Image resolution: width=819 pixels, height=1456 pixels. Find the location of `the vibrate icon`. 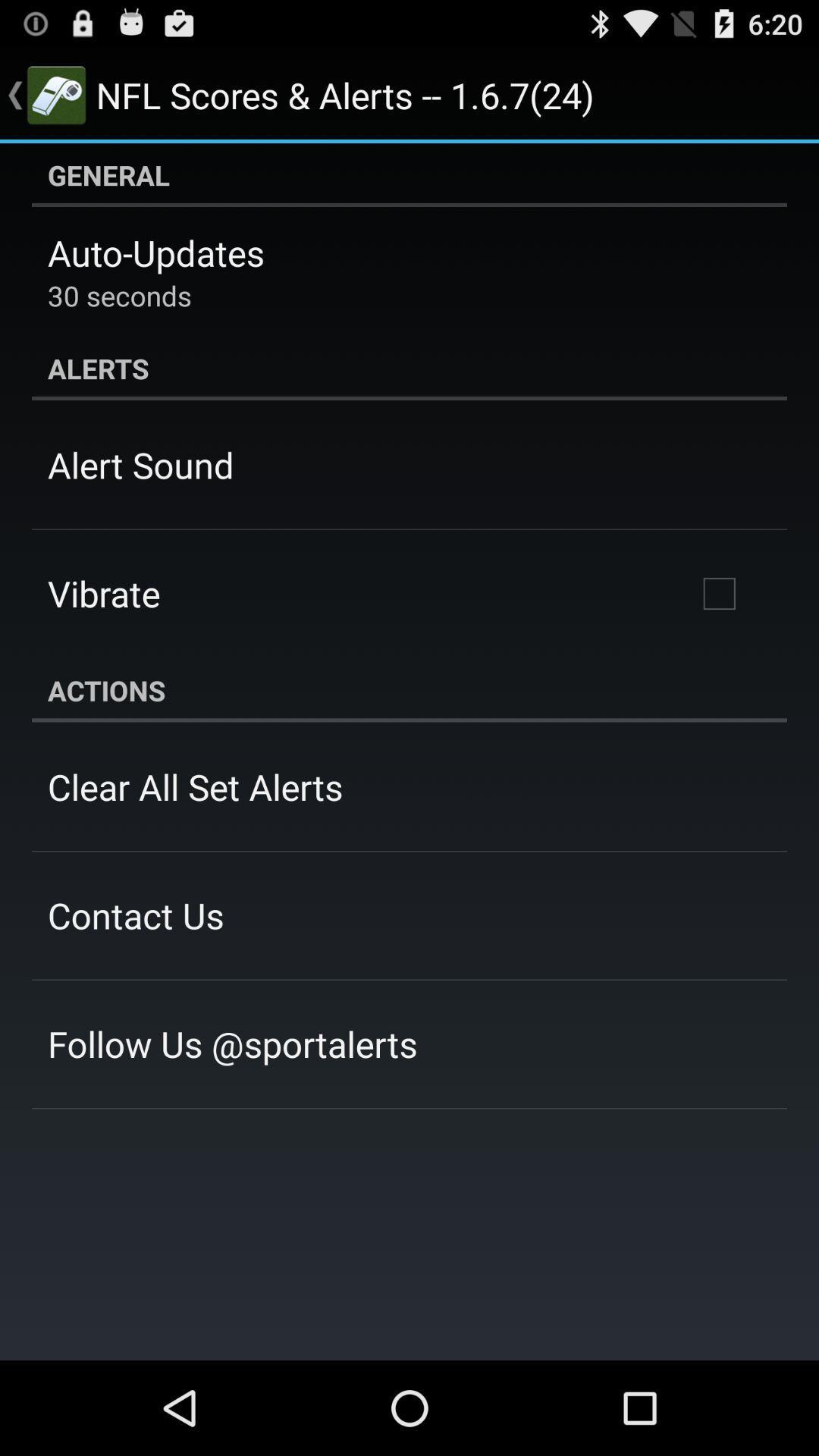

the vibrate icon is located at coordinates (103, 592).